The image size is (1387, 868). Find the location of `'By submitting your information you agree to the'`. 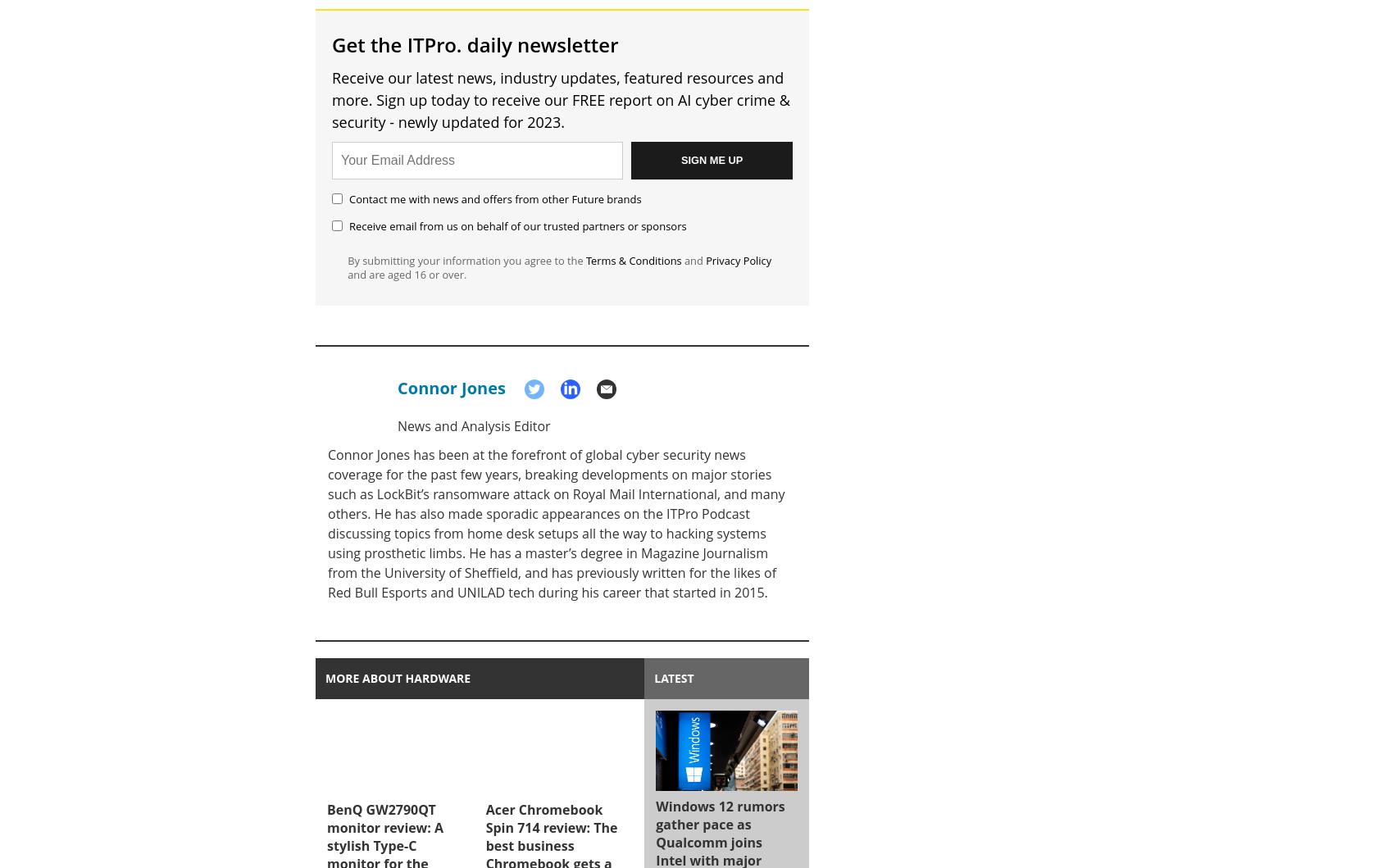

'By submitting your information you agree to the' is located at coordinates (466, 261).